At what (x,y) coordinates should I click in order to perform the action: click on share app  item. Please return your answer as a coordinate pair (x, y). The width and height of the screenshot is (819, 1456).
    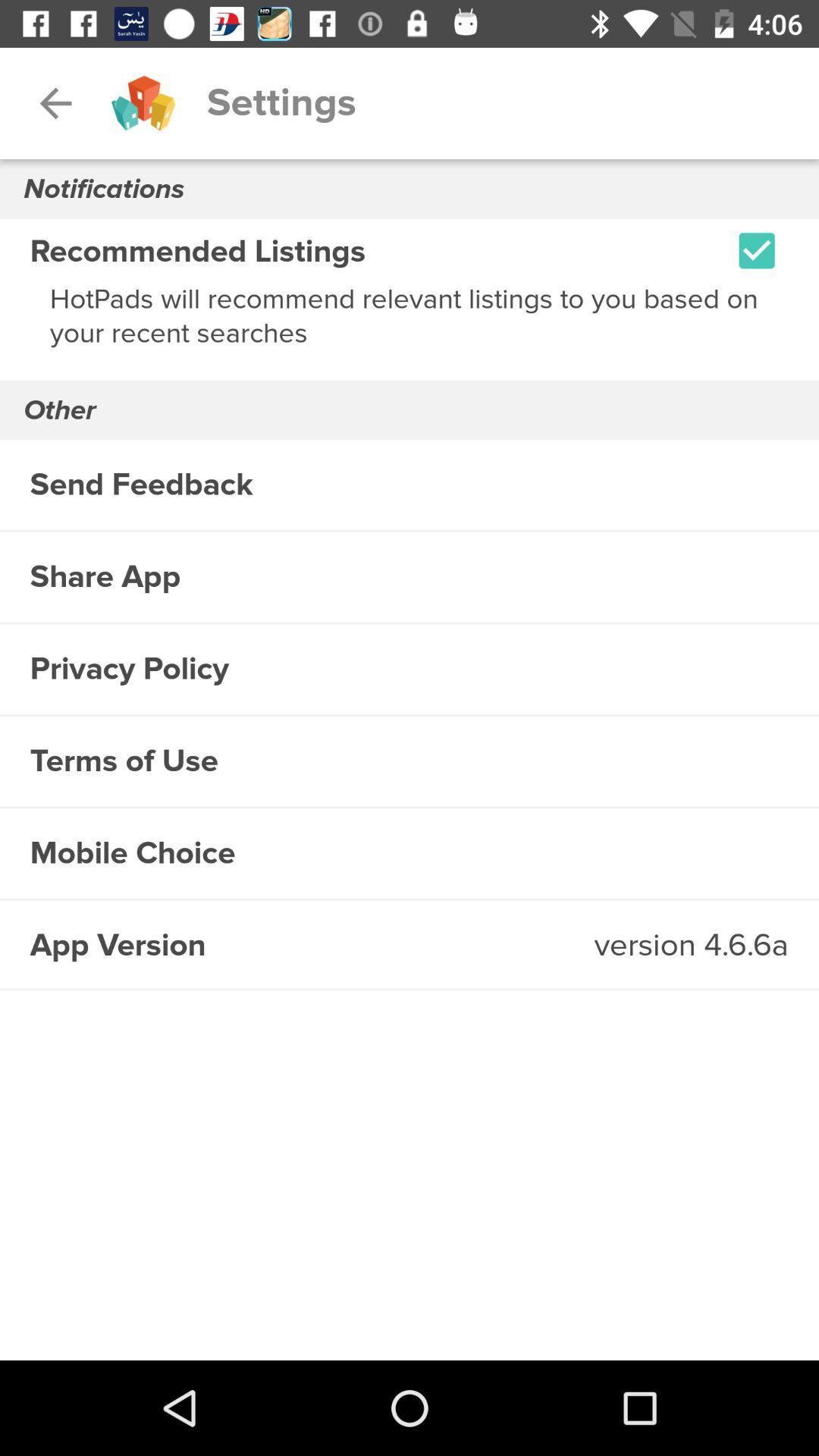
    Looking at the image, I should click on (409, 576).